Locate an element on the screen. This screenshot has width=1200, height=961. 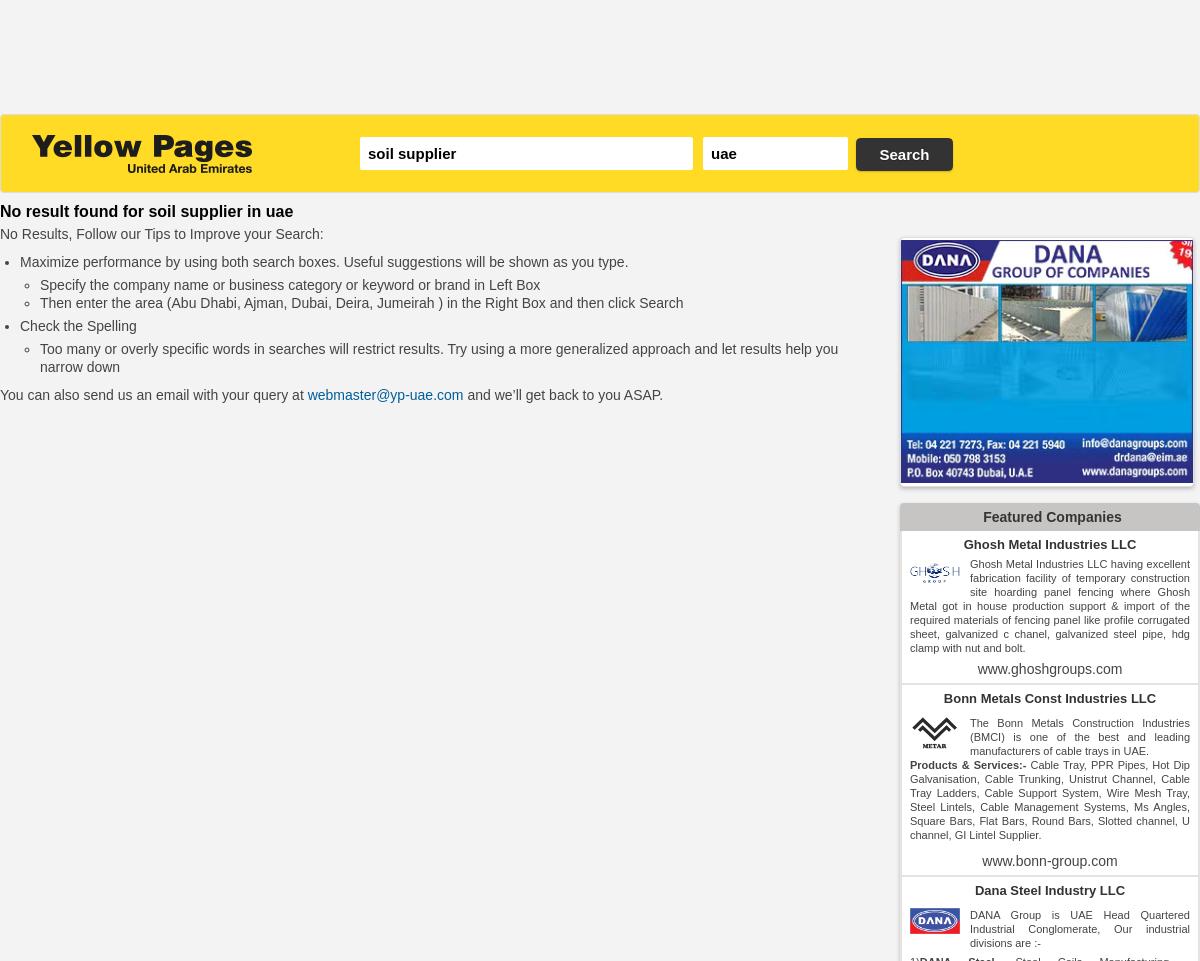
'Specify the company name or business category or keyword or brand in Left Box' is located at coordinates (289, 285).